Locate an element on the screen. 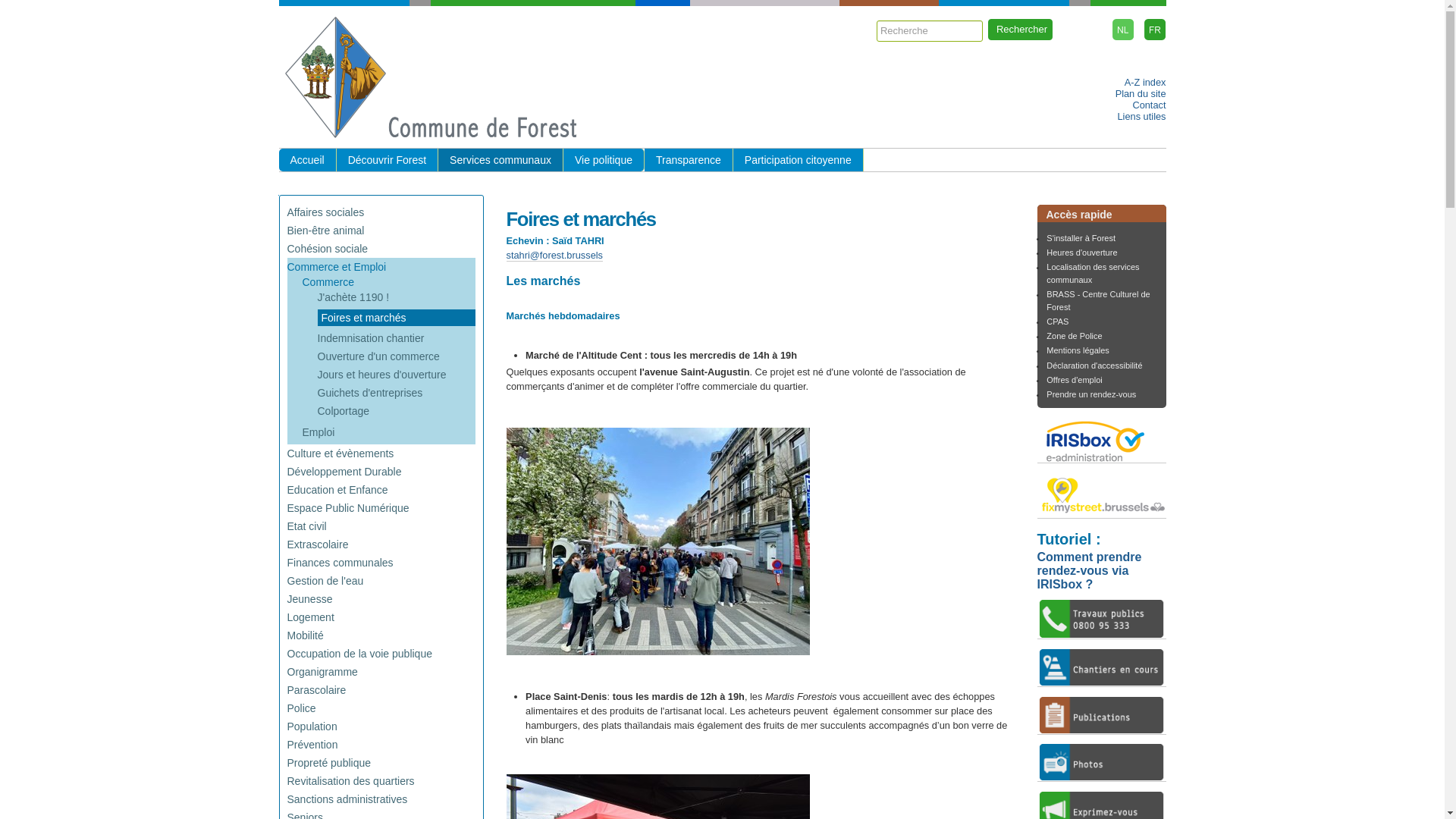  'Heures d'ouverture' is located at coordinates (1046, 251).